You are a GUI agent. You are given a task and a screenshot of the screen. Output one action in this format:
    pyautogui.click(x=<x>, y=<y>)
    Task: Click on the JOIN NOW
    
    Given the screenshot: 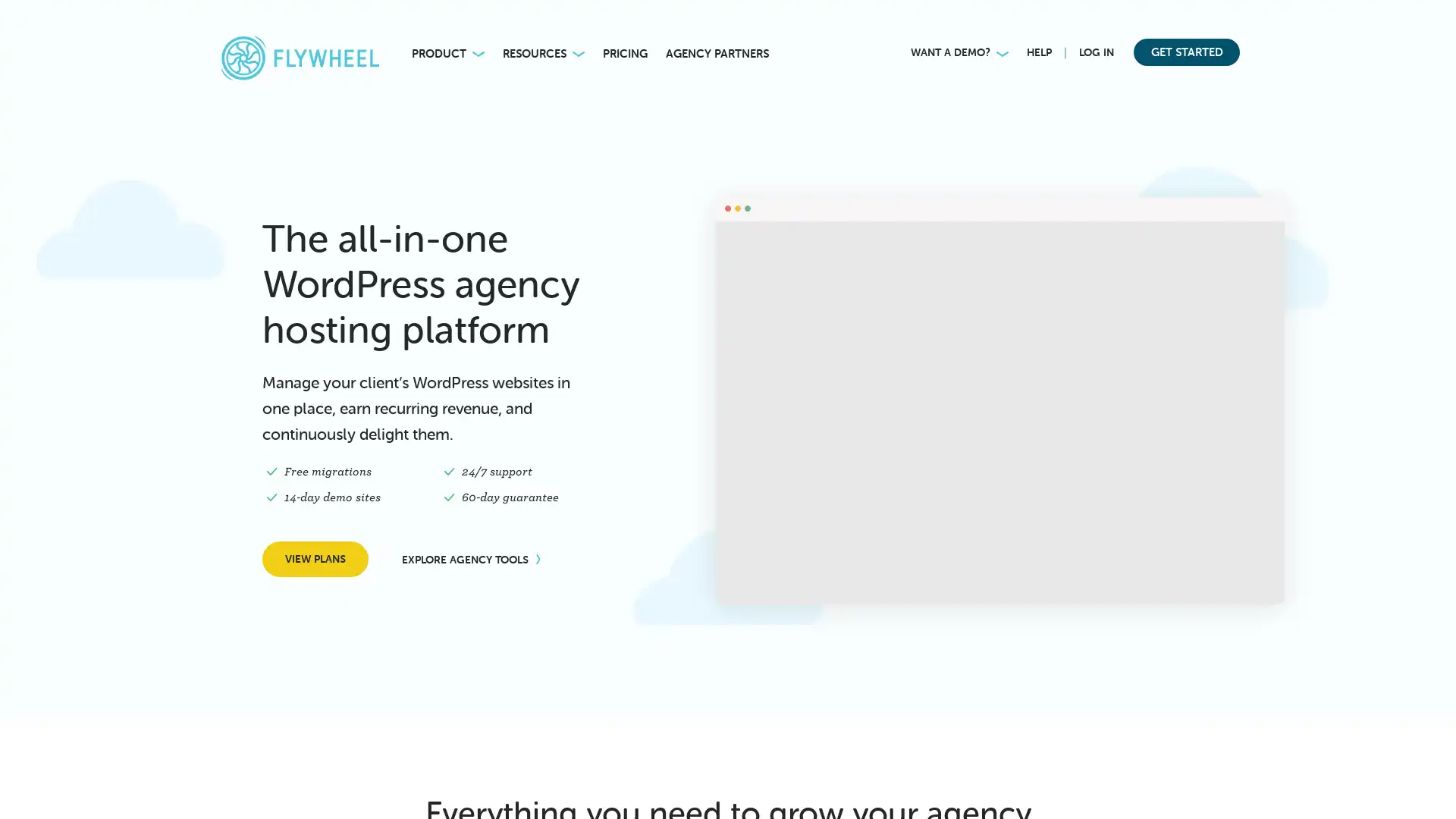 What is the action you would take?
    pyautogui.click(x=1021, y=23)
    